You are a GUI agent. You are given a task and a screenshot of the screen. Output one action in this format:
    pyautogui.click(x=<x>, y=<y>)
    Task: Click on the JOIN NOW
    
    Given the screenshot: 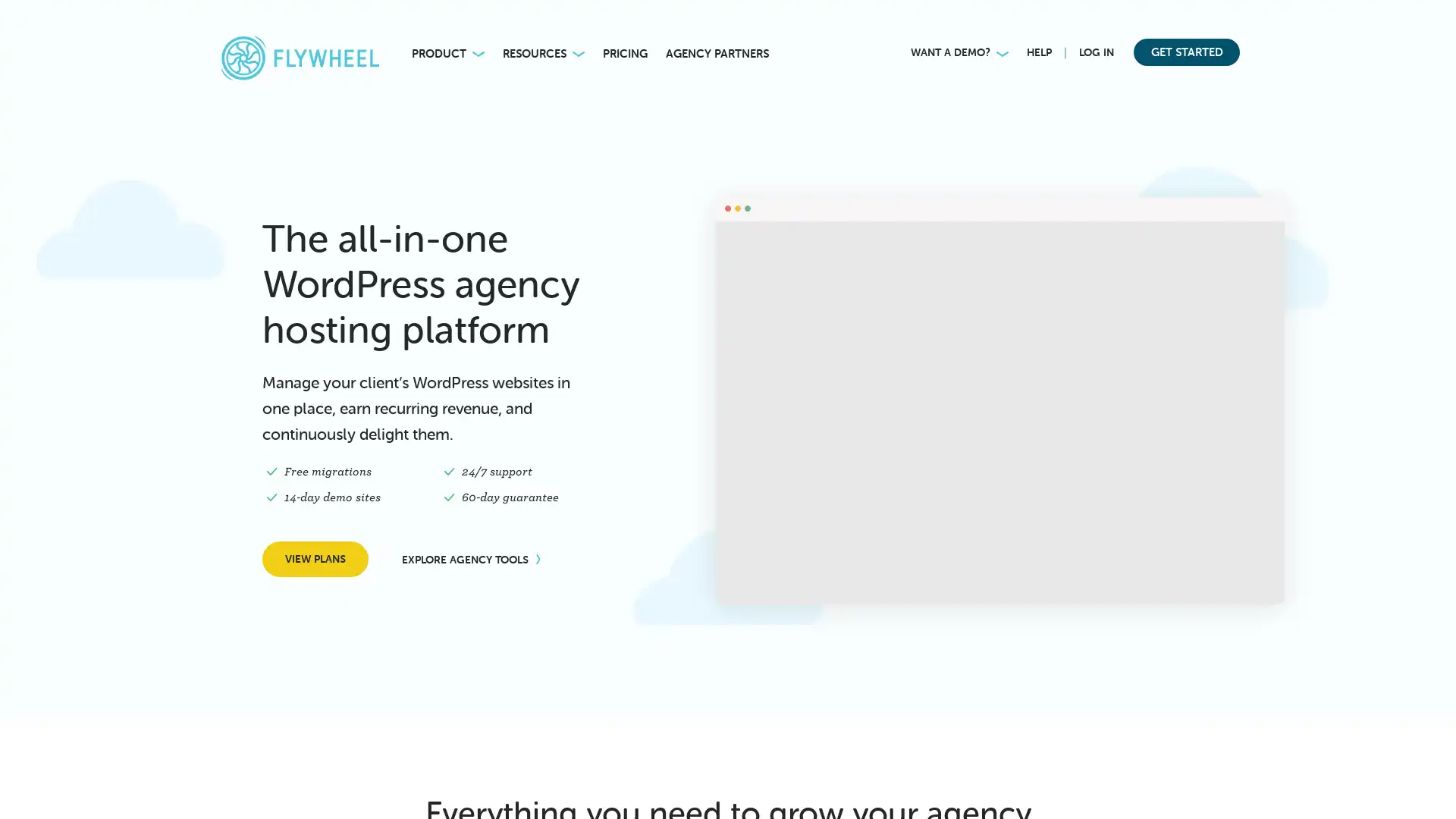 What is the action you would take?
    pyautogui.click(x=1021, y=23)
    